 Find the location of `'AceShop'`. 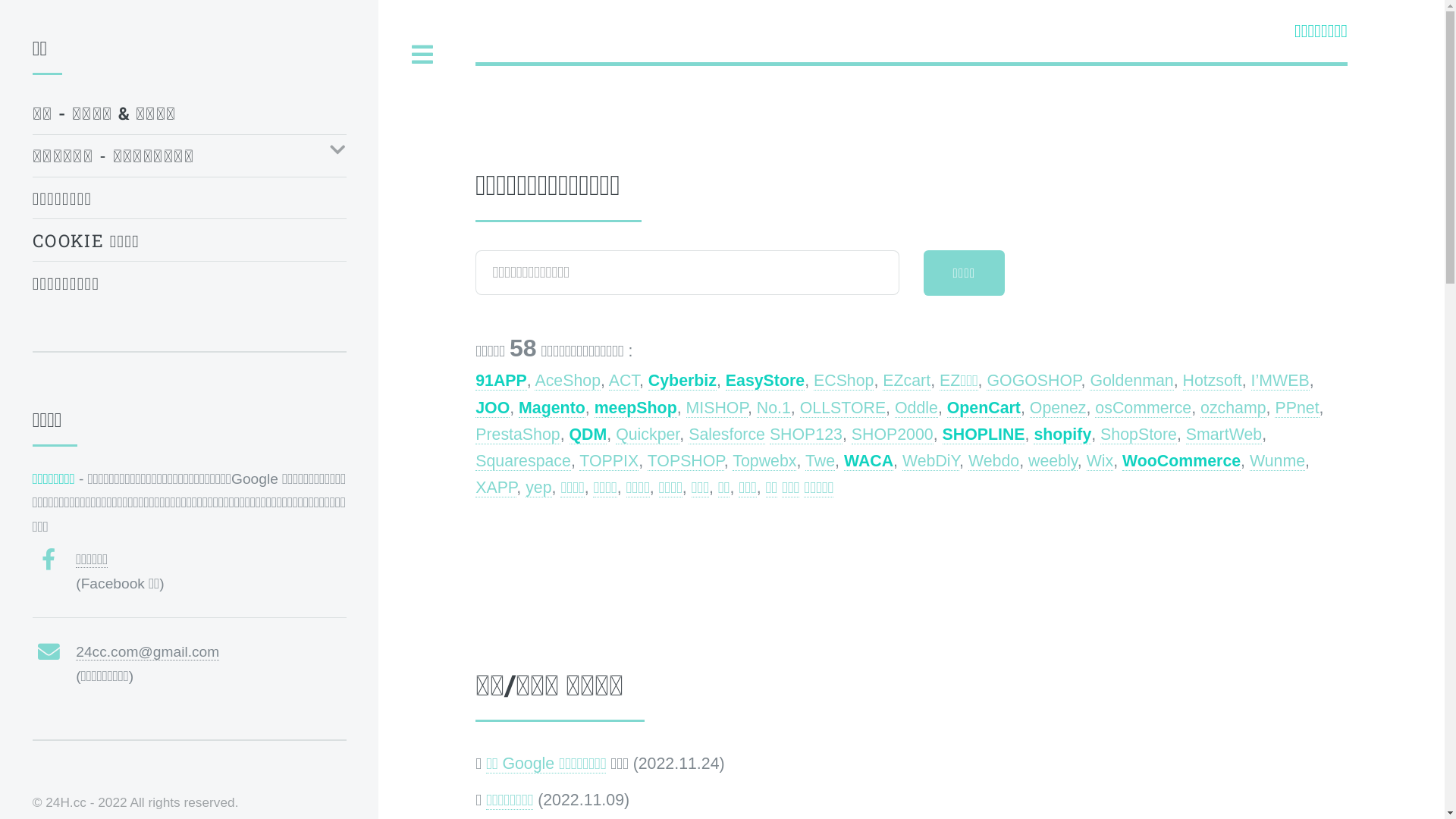

'AceShop' is located at coordinates (535, 380).